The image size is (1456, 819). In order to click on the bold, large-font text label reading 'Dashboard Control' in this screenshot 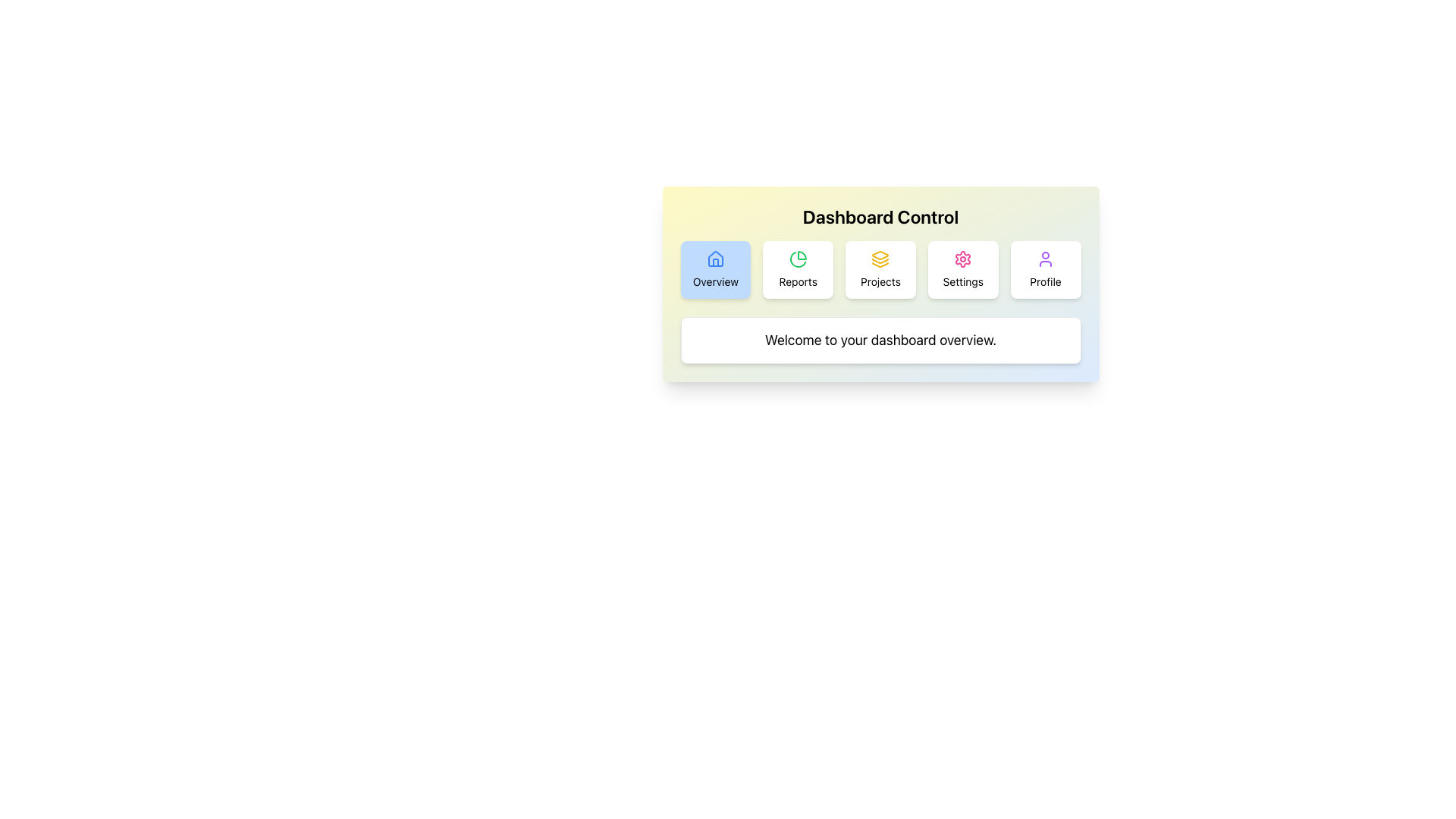, I will do `click(880, 216)`.